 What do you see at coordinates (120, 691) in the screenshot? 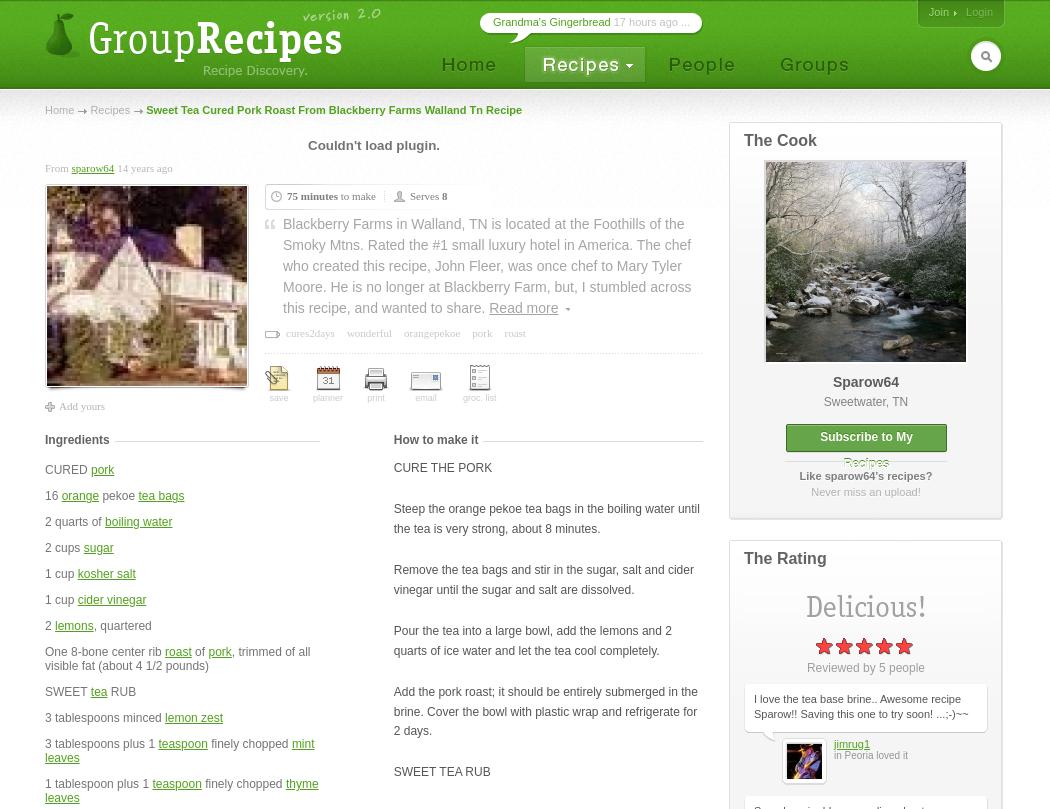
I see `'RUB'` at bounding box center [120, 691].